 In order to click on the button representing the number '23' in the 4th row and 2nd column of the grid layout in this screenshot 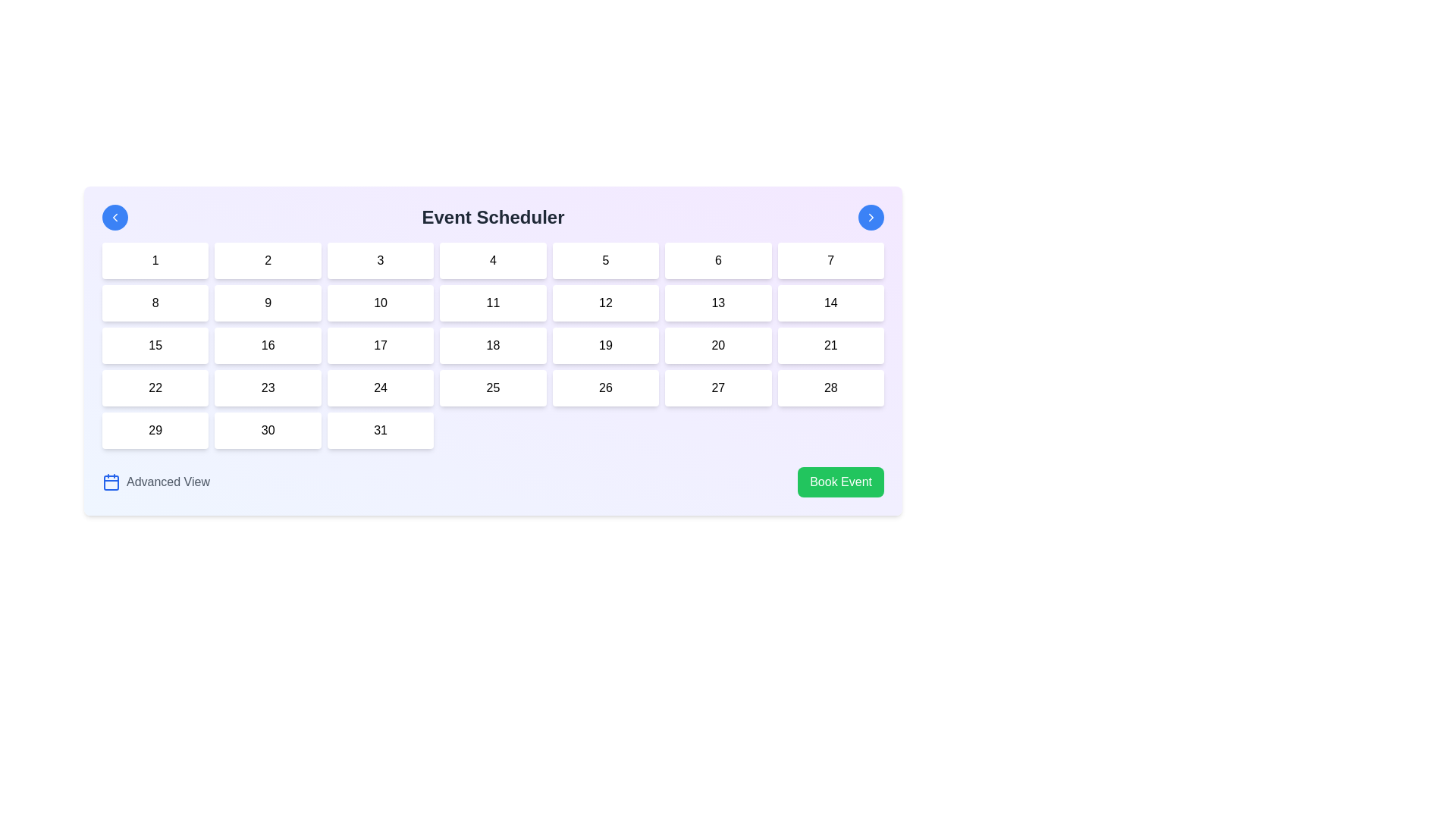, I will do `click(268, 388)`.